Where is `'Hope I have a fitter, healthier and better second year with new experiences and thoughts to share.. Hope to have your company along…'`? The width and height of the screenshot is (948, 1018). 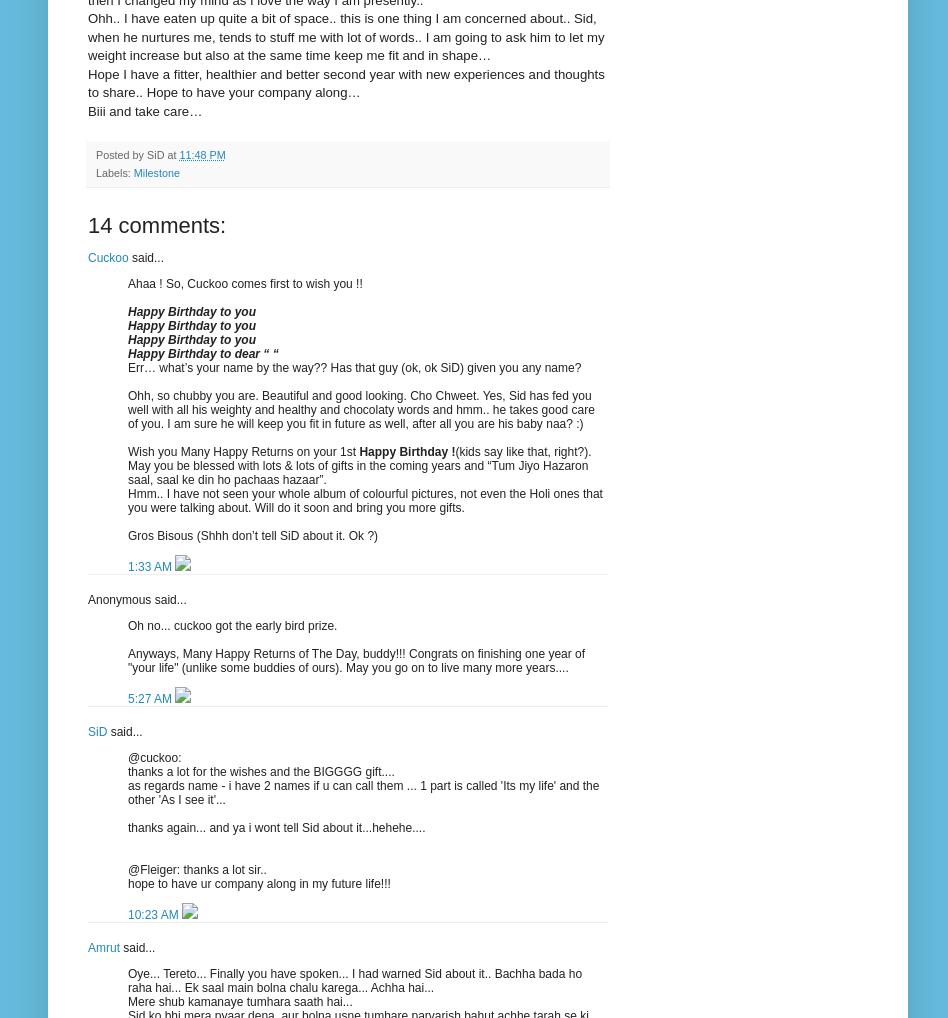
'Hope I have a fitter, healthier and better second year with new experiences and thoughts to share.. Hope to have your company along…' is located at coordinates (346, 82).